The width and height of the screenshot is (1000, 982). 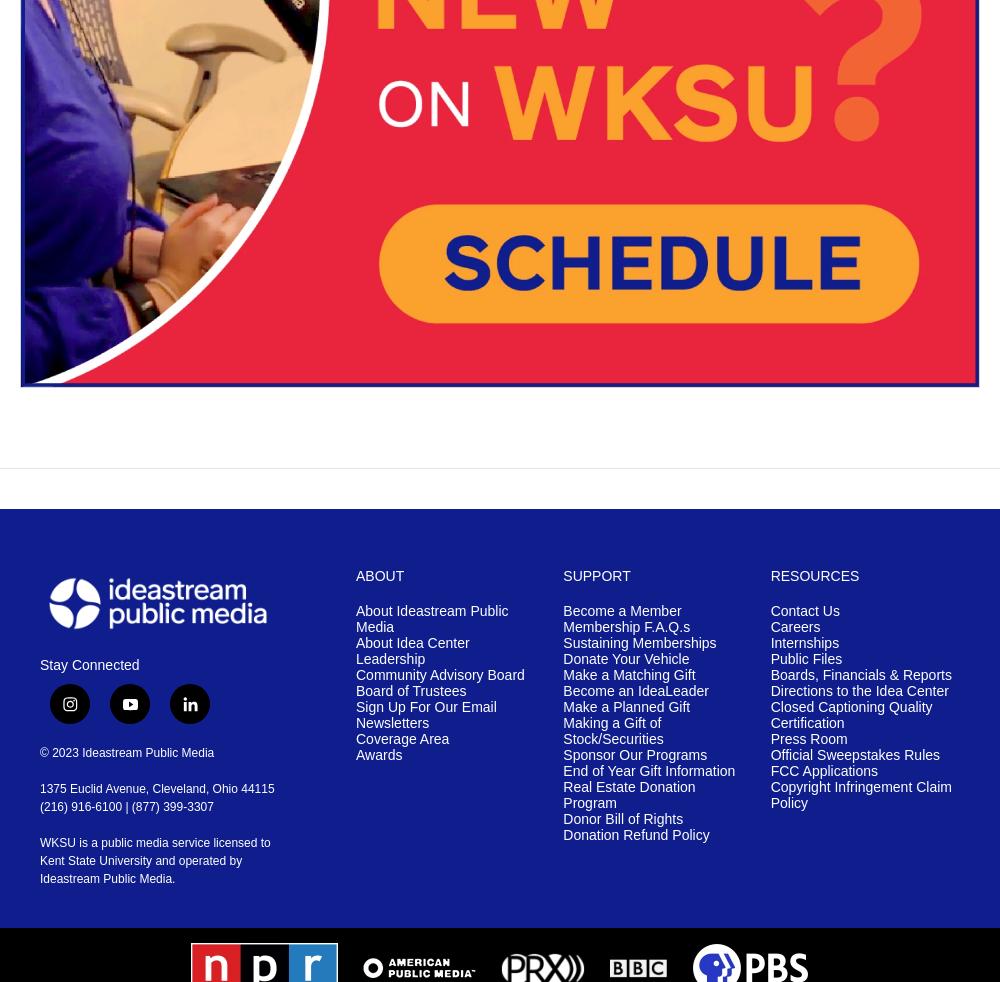 What do you see at coordinates (770, 754) in the screenshot?
I see `'Official Sweepstakes Rules'` at bounding box center [770, 754].